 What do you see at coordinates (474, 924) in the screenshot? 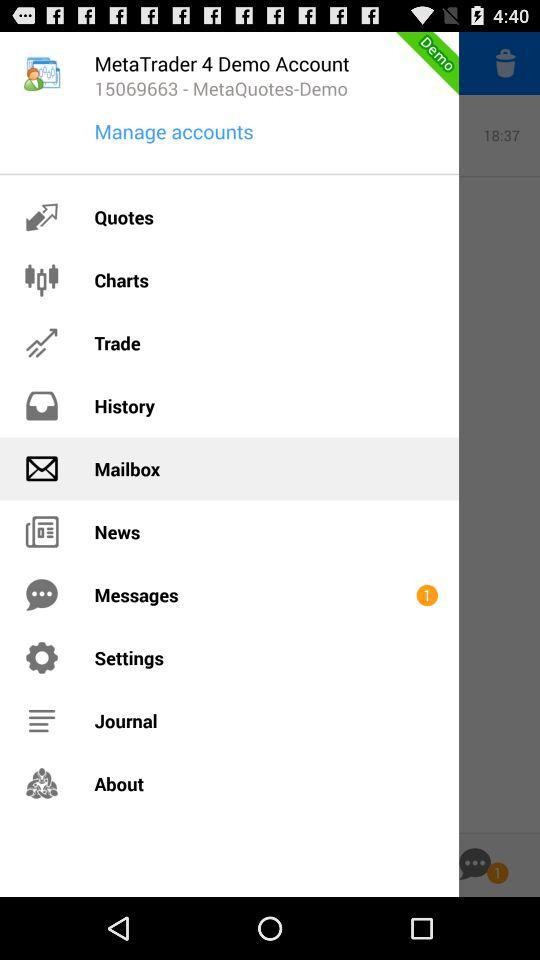
I see `the chat icon` at bounding box center [474, 924].